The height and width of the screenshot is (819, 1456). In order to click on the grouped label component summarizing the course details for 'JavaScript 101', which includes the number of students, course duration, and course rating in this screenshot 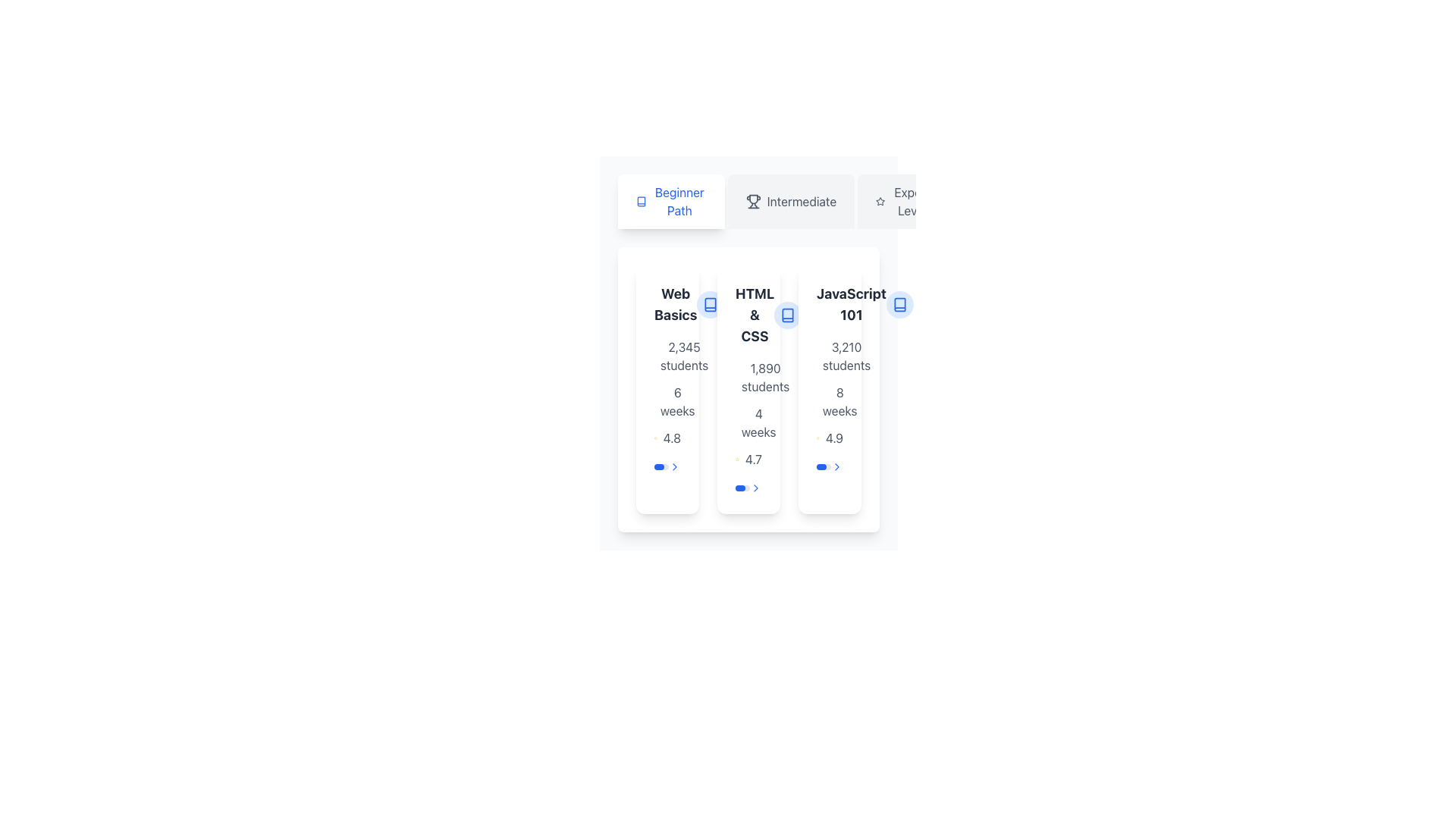, I will do `click(829, 391)`.